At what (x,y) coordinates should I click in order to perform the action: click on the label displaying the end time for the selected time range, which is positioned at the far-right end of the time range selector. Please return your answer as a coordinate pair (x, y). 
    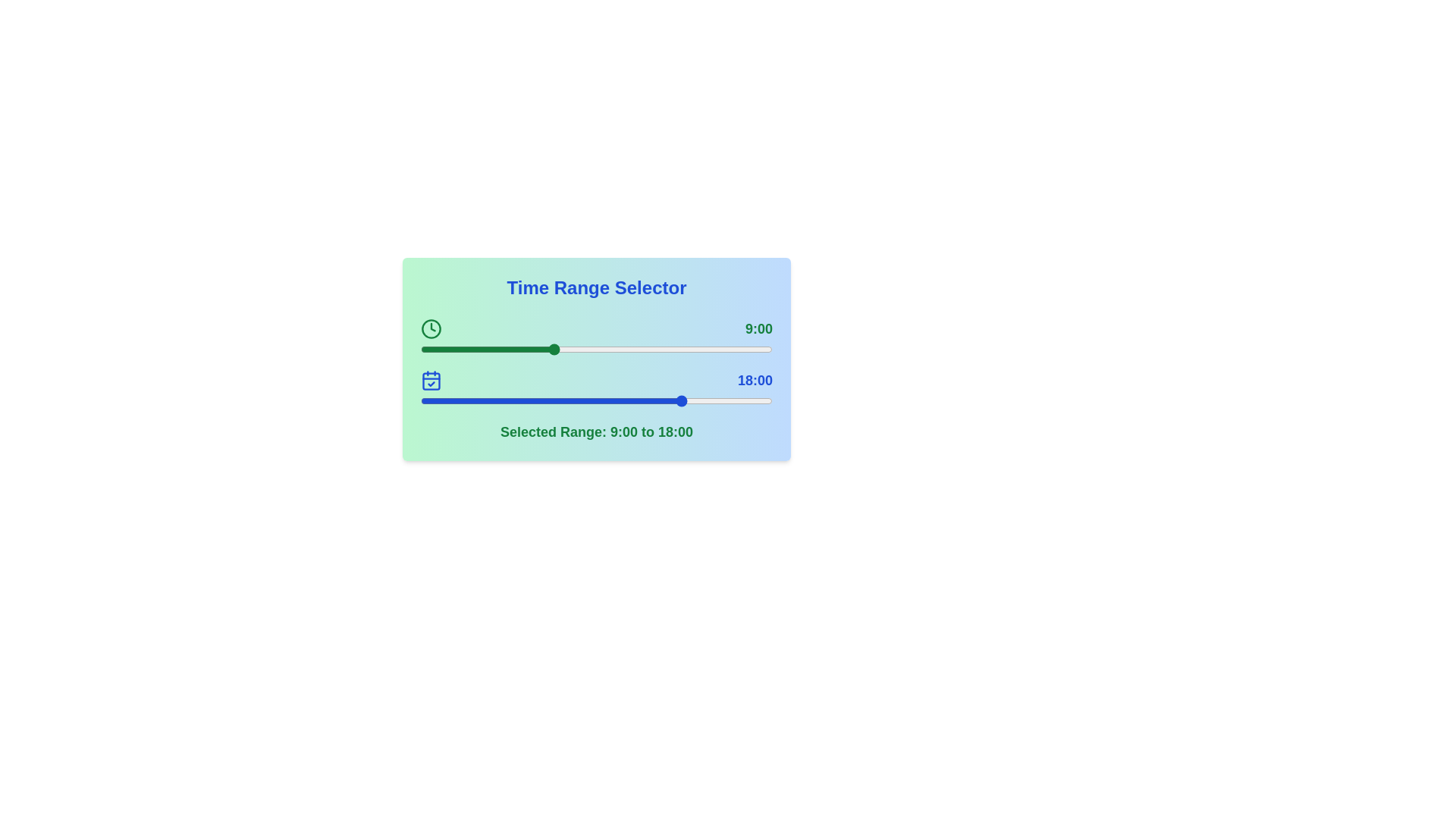
    Looking at the image, I should click on (755, 379).